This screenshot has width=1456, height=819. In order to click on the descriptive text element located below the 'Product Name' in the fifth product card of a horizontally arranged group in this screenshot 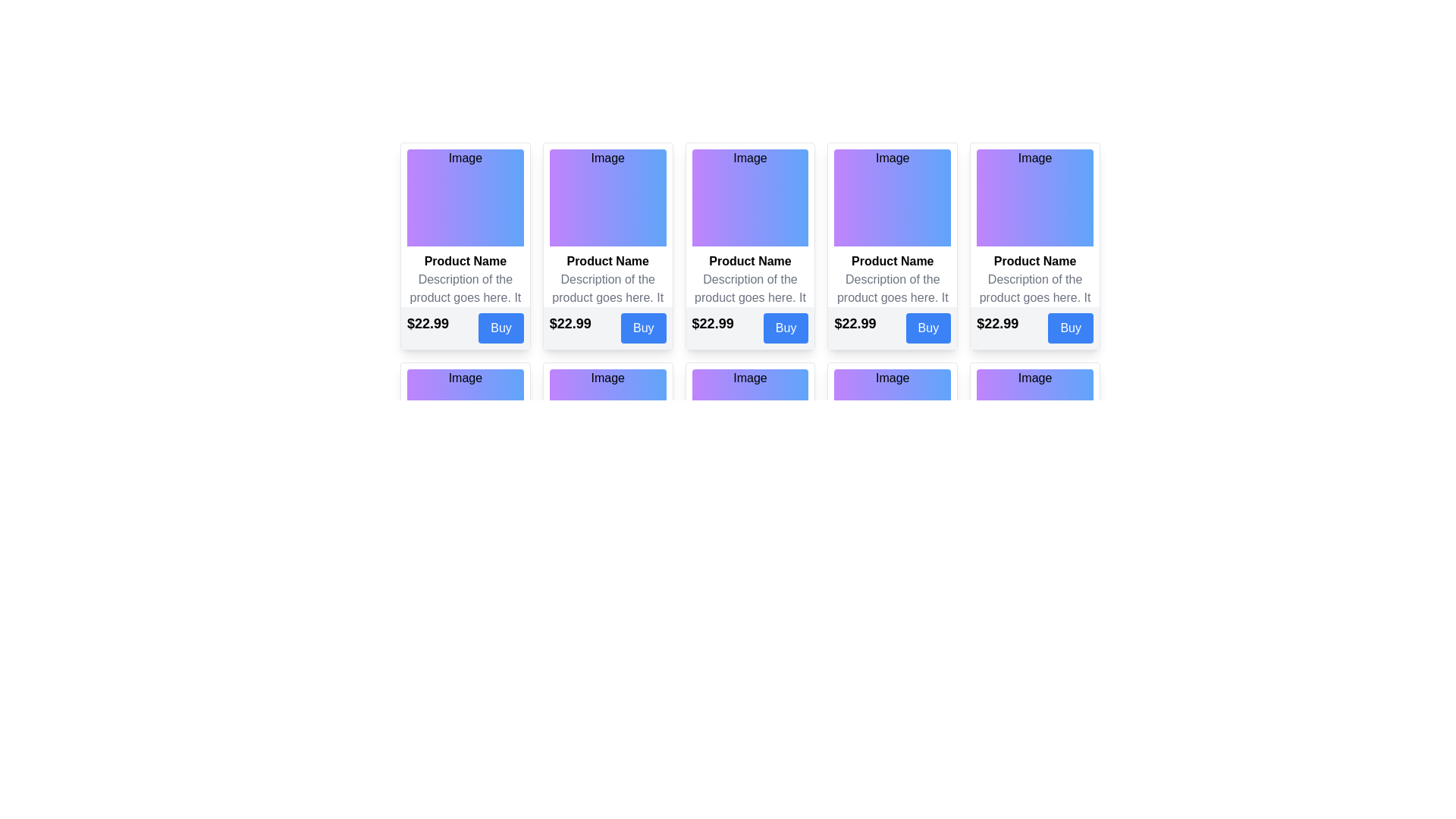, I will do `click(1034, 307)`.